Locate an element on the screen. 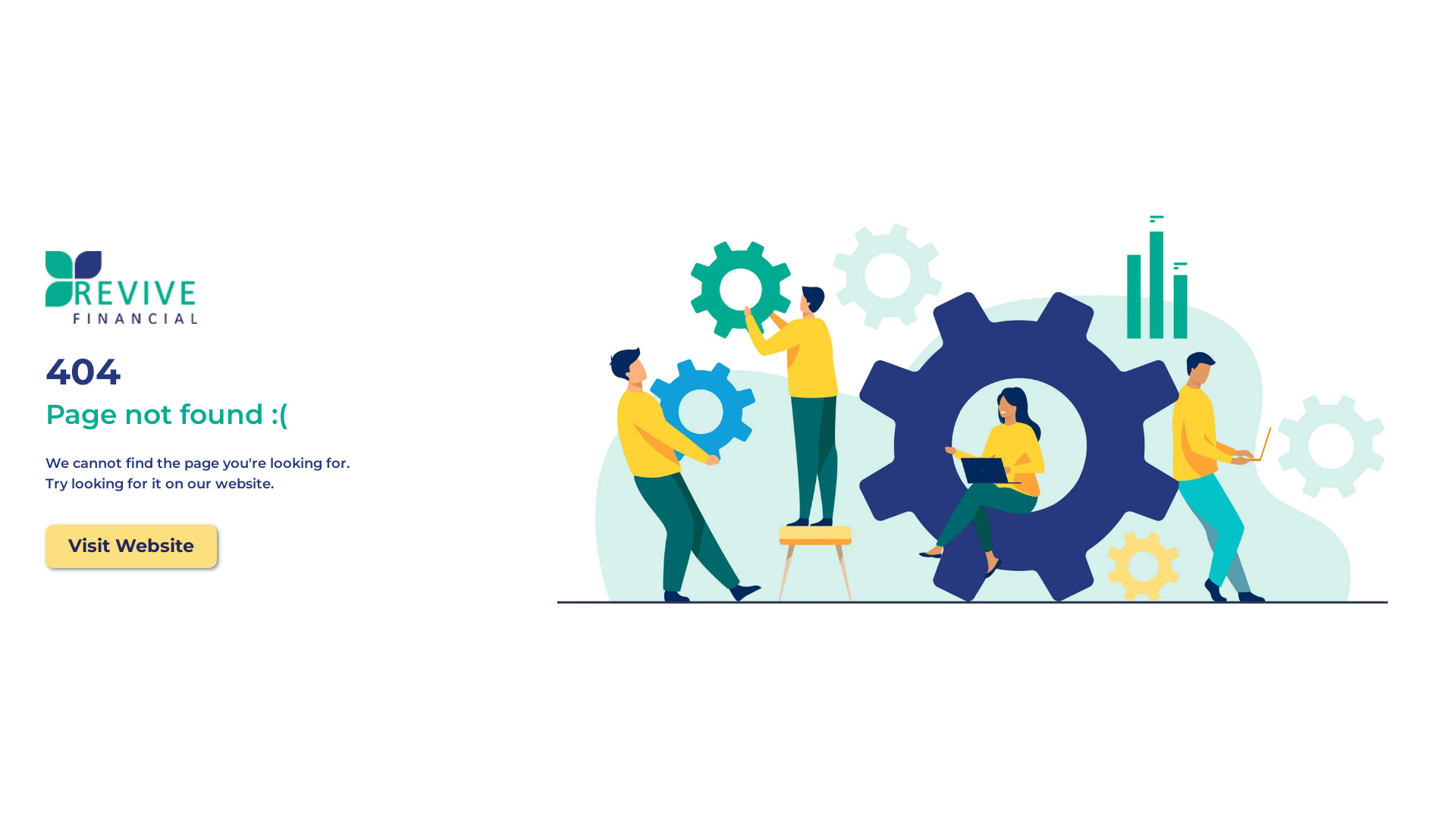 This screenshot has height=819, width=1456. 'Visit Website' is located at coordinates (130, 546).